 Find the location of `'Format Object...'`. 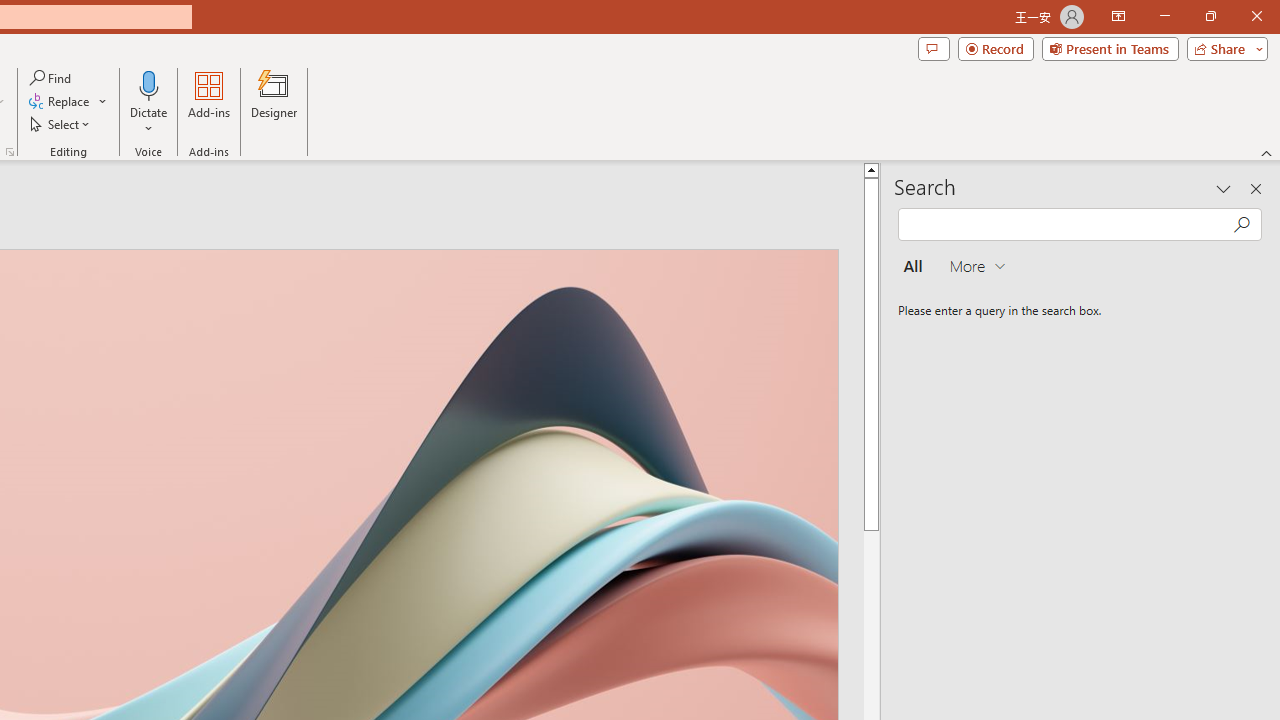

'Format Object...' is located at coordinates (10, 150).